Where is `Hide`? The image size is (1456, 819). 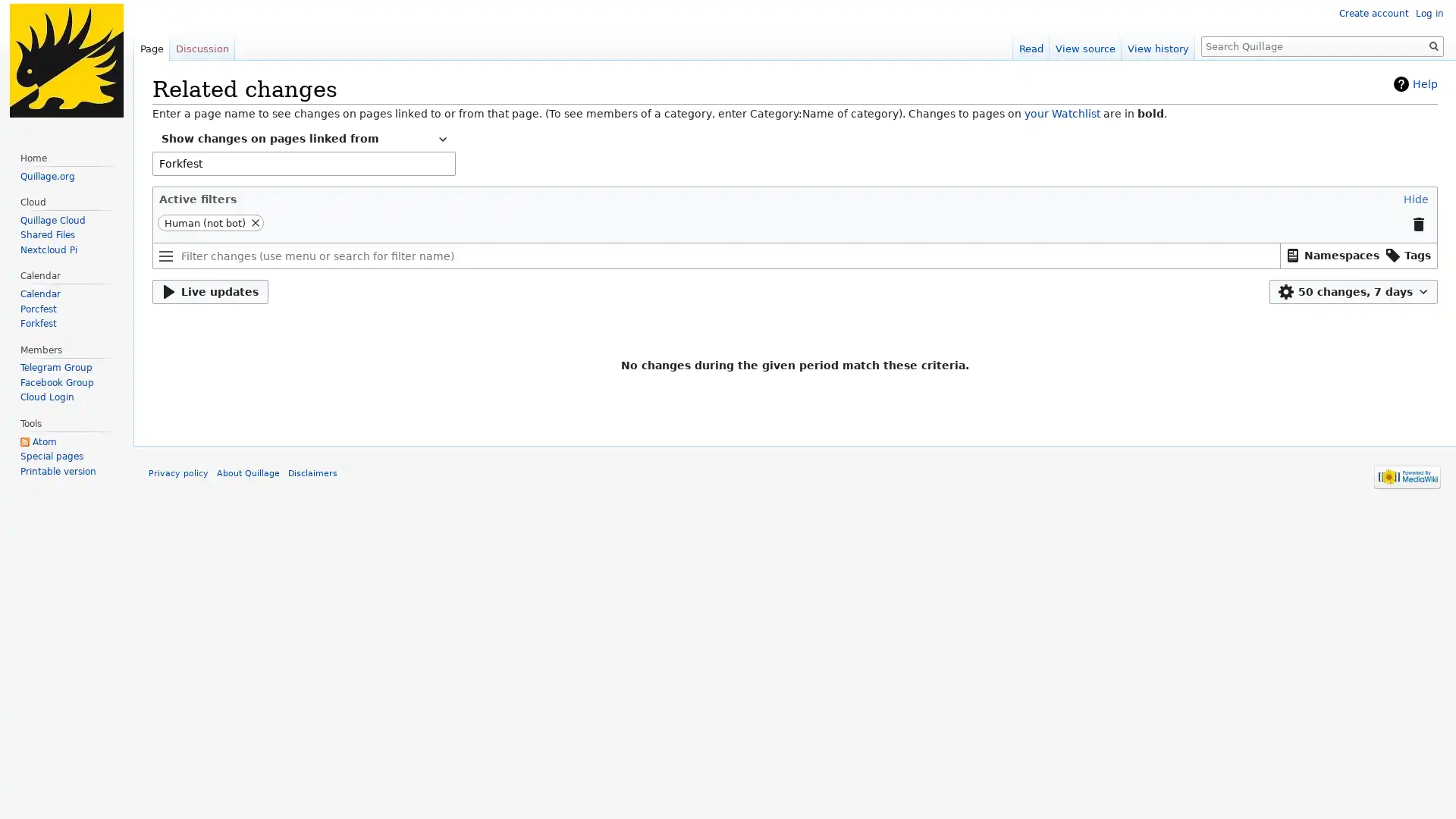
Hide is located at coordinates (1414, 198).